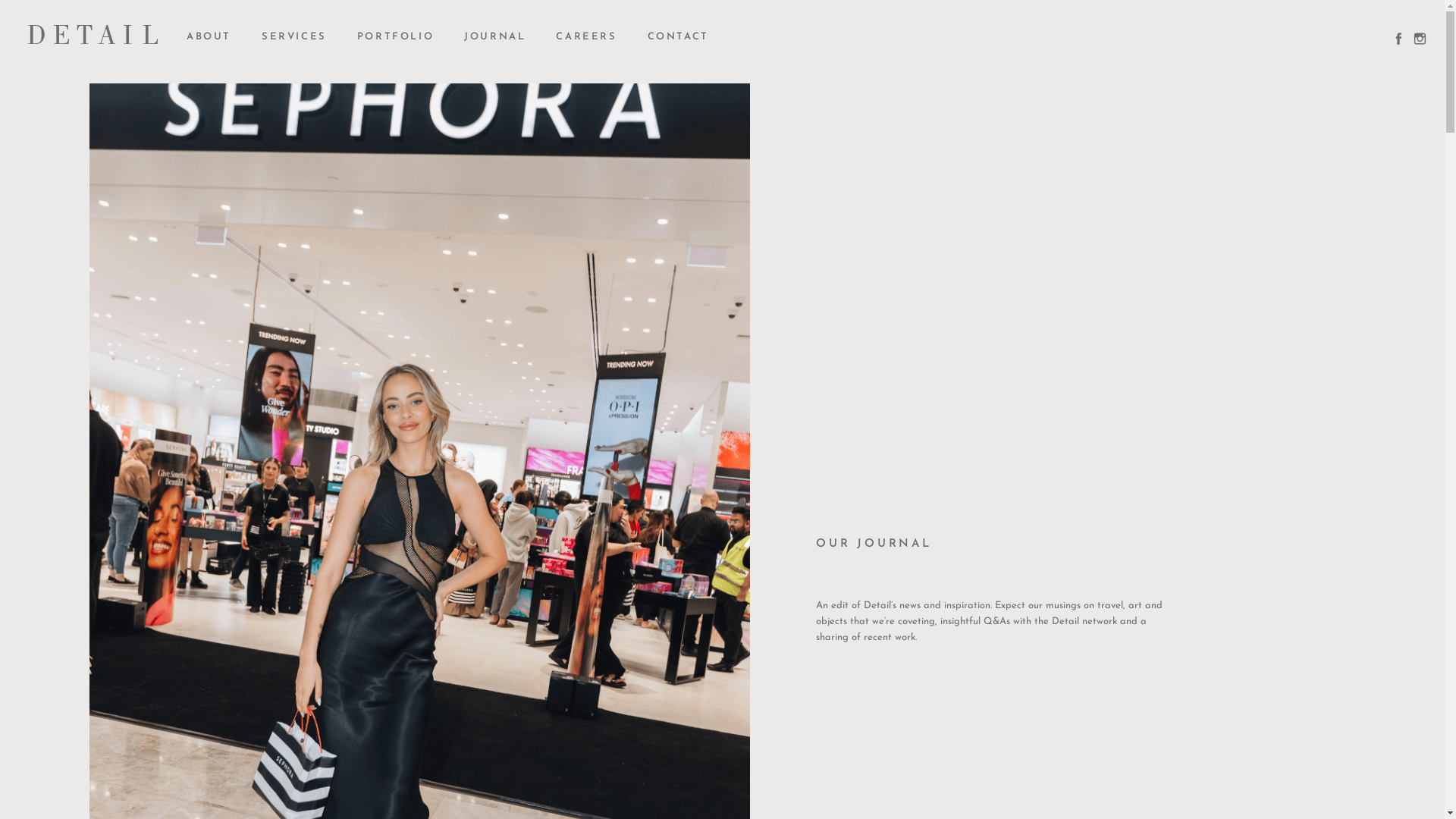 Image resolution: width=1456 pixels, height=819 pixels. What do you see at coordinates (262, 36) in the screenshot?
I see `'SERVICES'` at bounding box center [262, 36].